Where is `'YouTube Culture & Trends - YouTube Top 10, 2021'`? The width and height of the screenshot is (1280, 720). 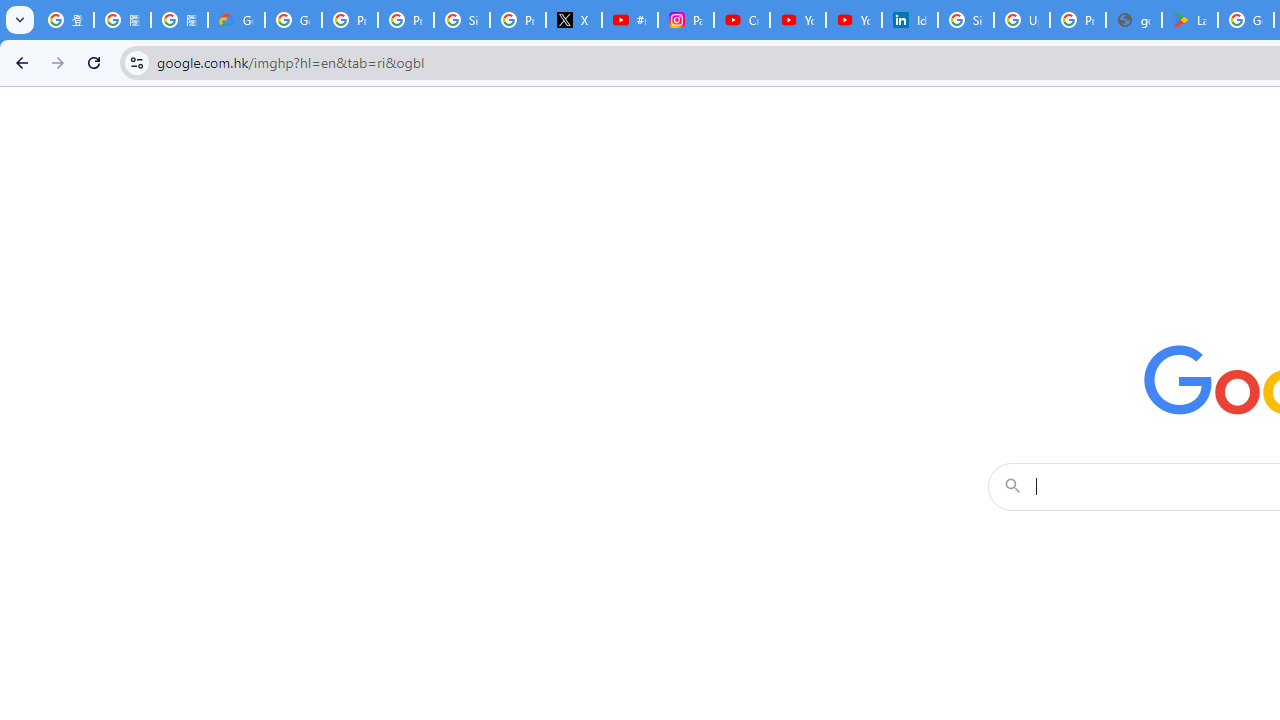
'YouTube Culture & Trends - YouTube Top 10, 2021' is located at coordinates (853, 20).